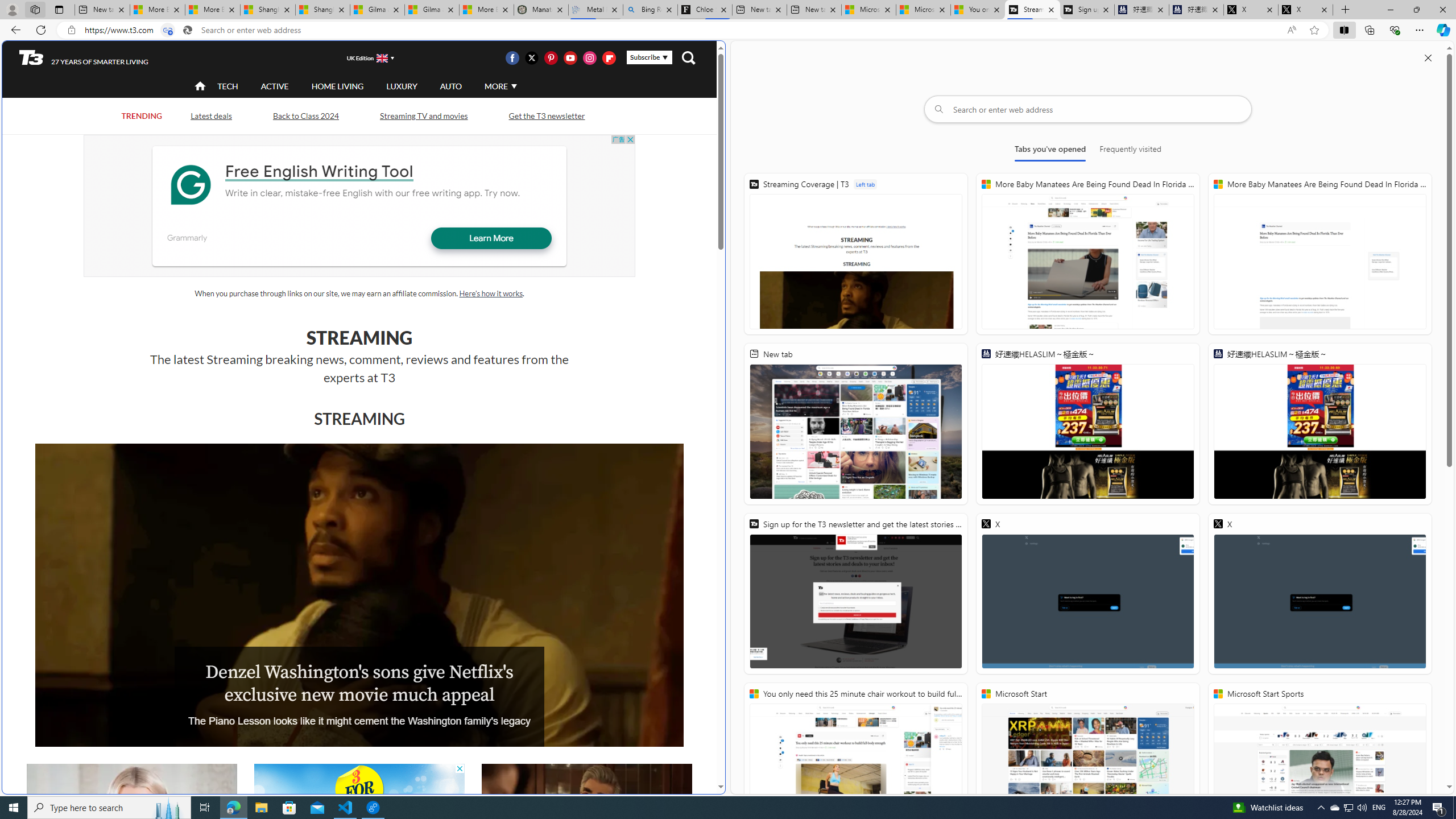  I want to click on 'Class: icon-svg', so click(609, 57).